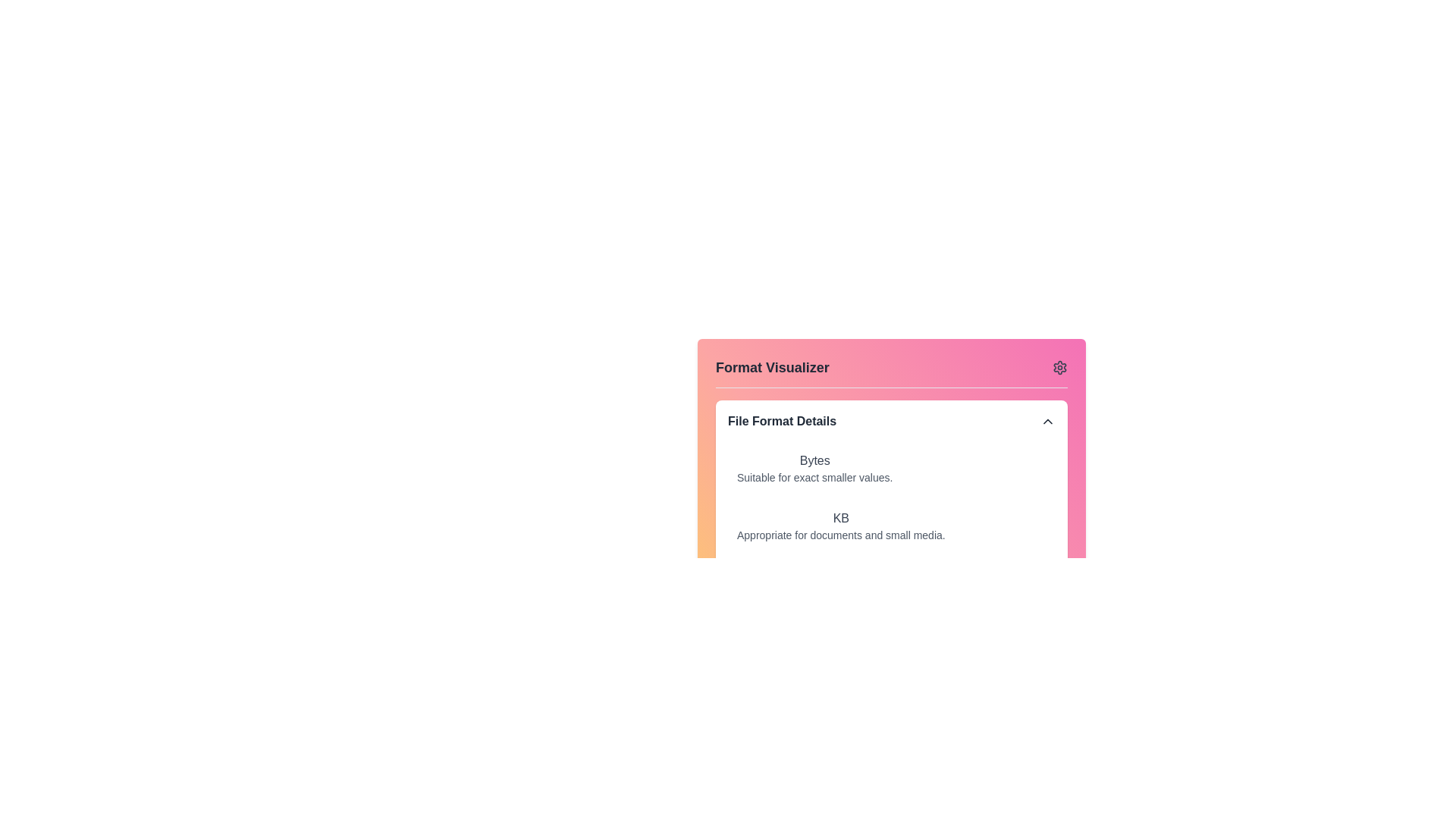 Image resolution: width=1456 pixels, height=819 pixels. What do you see at coordinates (892, 526) in the screenshot?
I see `the second item in the list that displays 'KB' with a description of 'Appropriate for documents and small media.'` at bounding box center [892, 526].